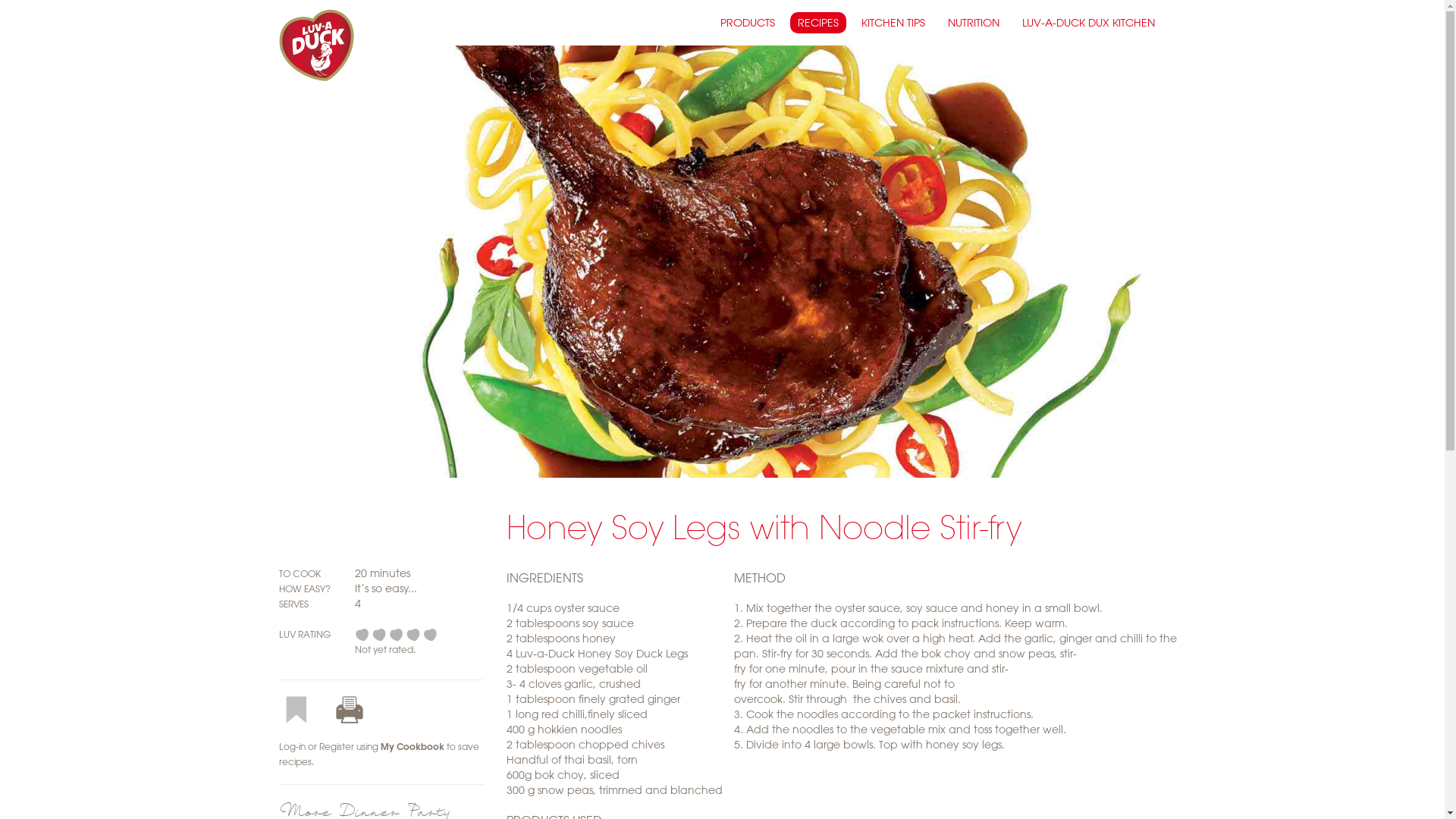 This screenshot has height=819, width=1456. I want to click on 'Print this recipe', so click(331, 708).